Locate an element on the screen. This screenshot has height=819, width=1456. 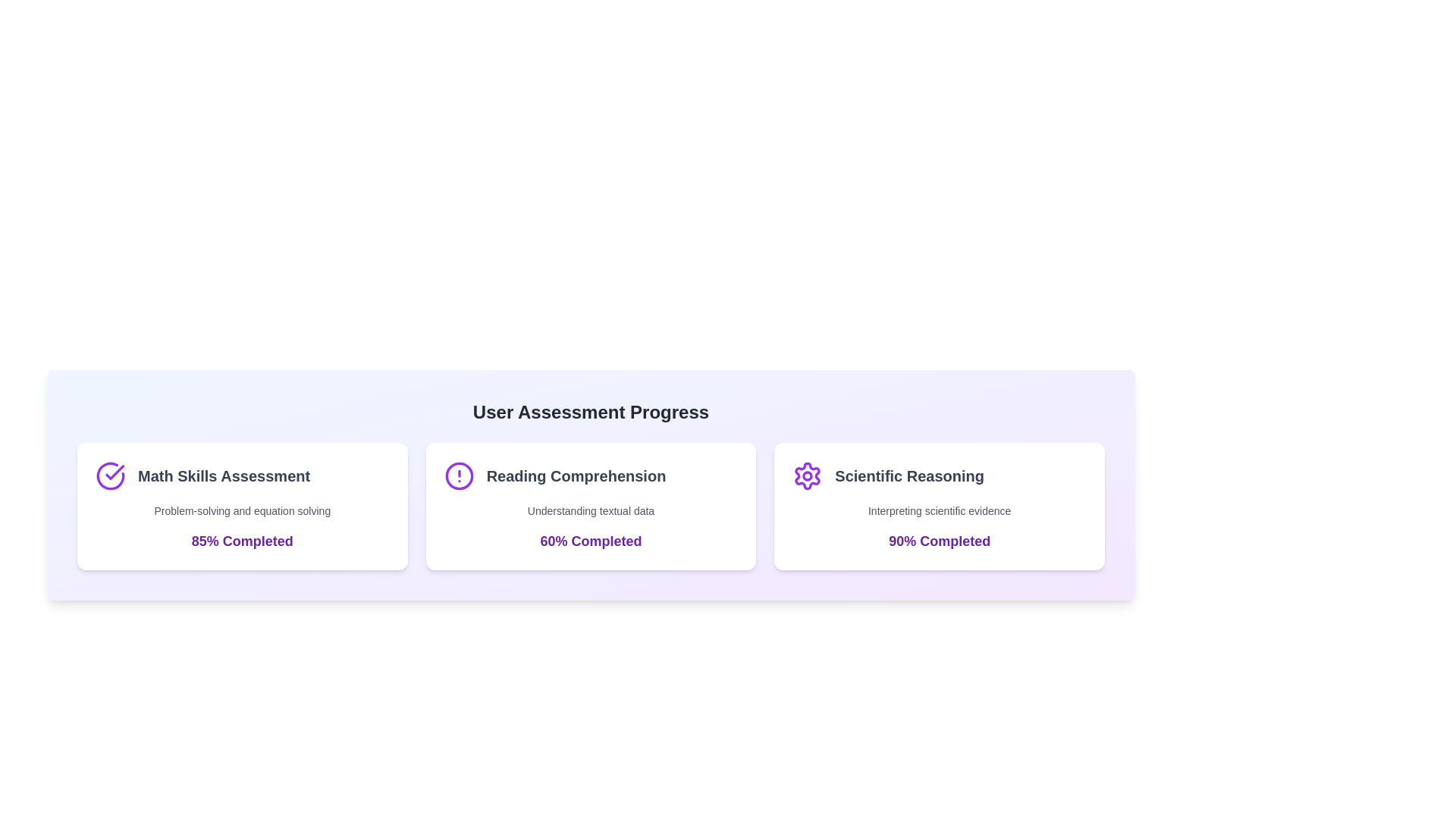
the bold, large purple text displaying '90% Completed' that is centrally aligned in the bottom section of the 'Scientific Reasoning' card is located at coordinates (939, 540).